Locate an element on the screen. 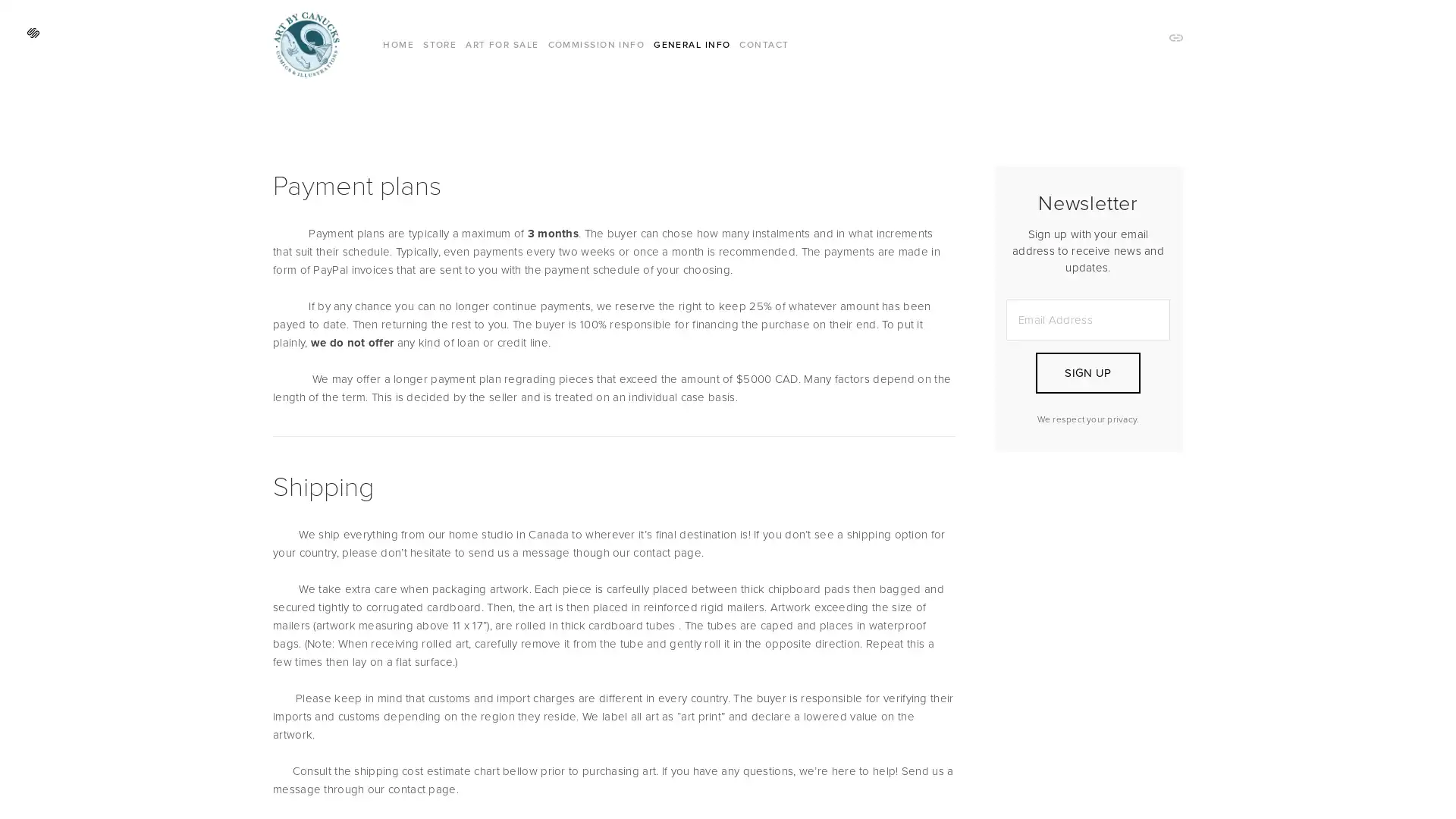 This screenshot has height=819, width=1456. SIGN UP is located at coordinates (1087, 373).